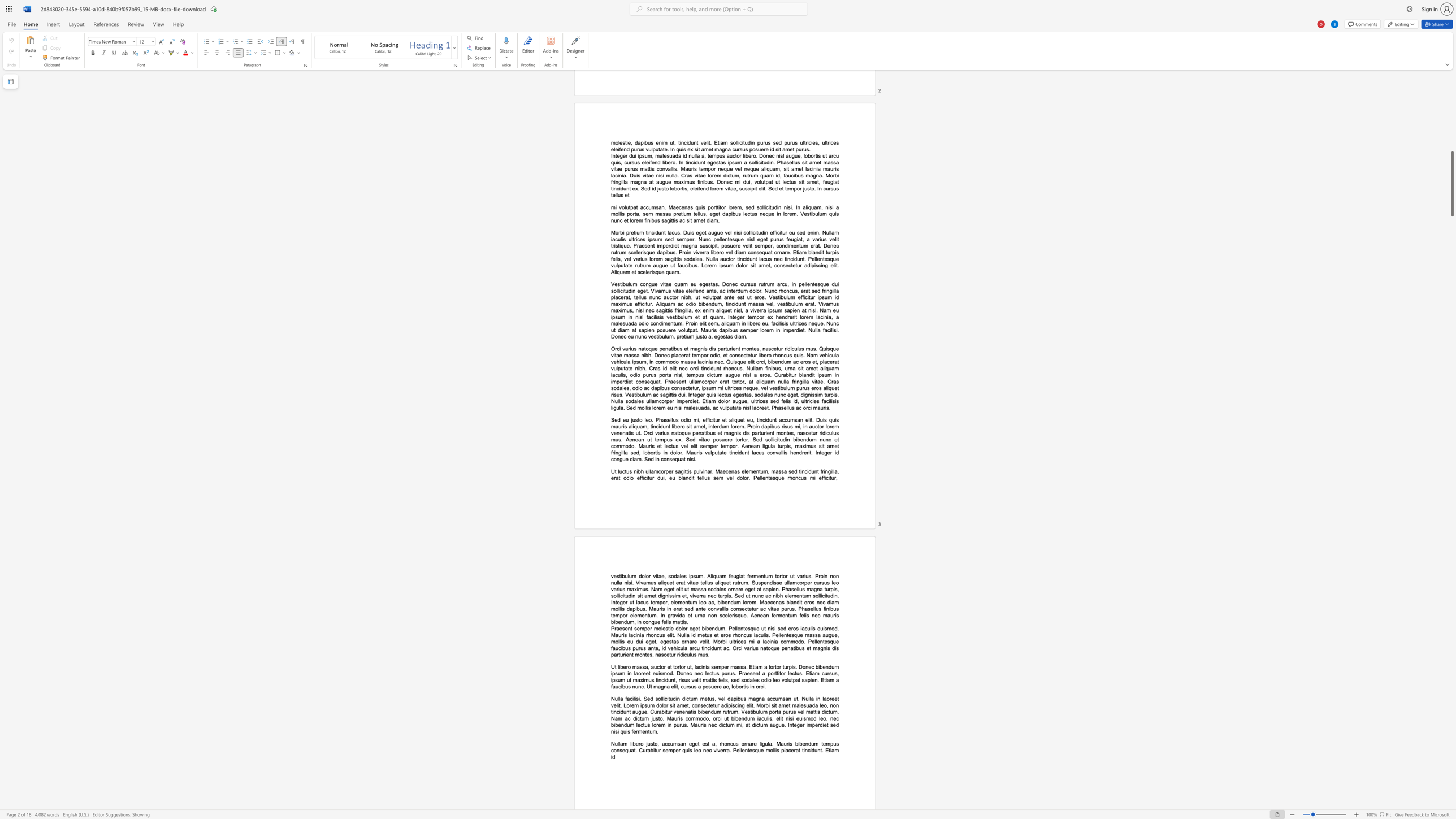 Image resolution: width=1456 pixels, height=819 pixels. I want to click on the subset text "o, accumsan eget e" within the text "Nullam libero justo, accumsan eget est a, rhoncus ornare ligula. Mauris bibendum tempus consequat. Curabitur semper quis leo nec viverra. Pellentesque mollis placerat tincidunt. Etiam id", so click(654, 743).